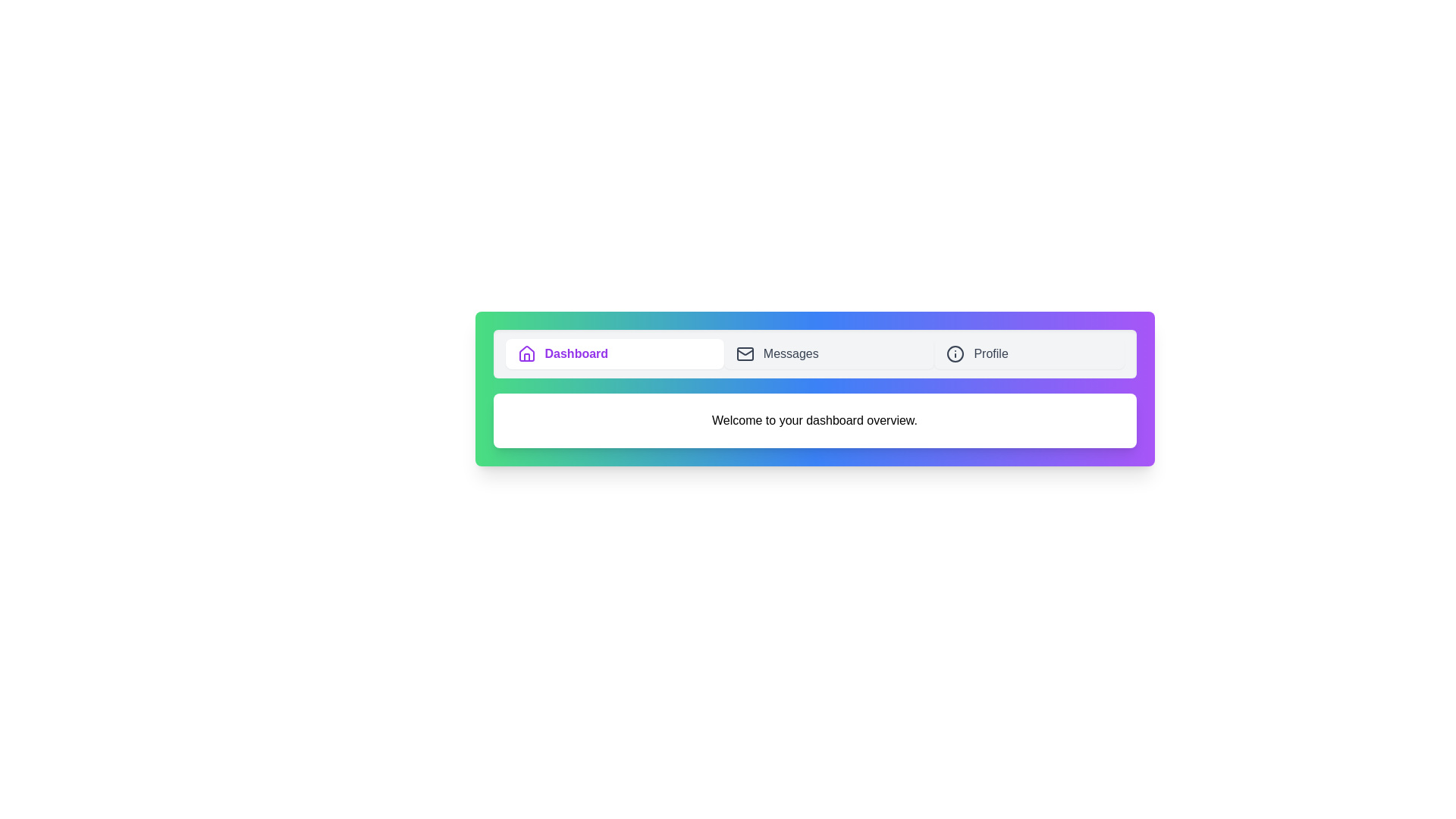  What do you see at coordinates (614, 353) in the screenshot?
I see `the Dashboard tab to switch to its content` at bounding box center [614, 353].